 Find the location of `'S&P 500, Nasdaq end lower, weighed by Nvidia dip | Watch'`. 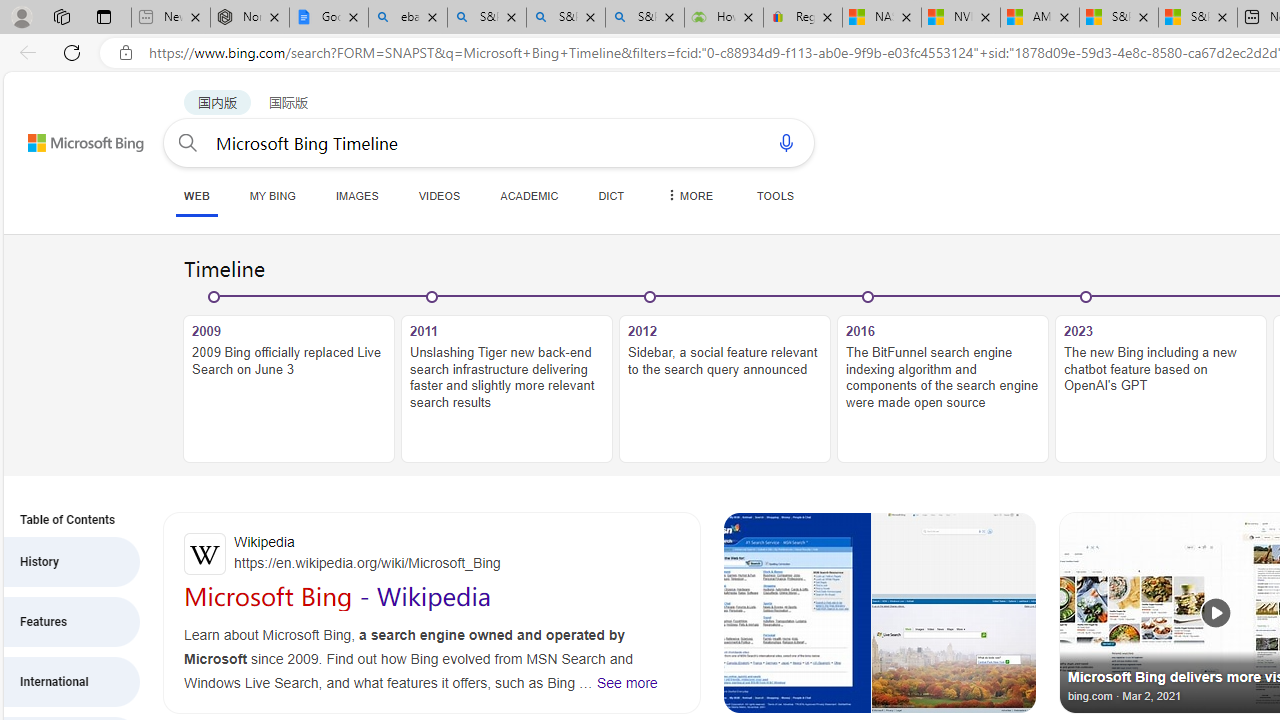

'S&P 500, Nasdaq end lower, weighed by Nvidia dip | Watch' is located at coordinates (1197, 17).